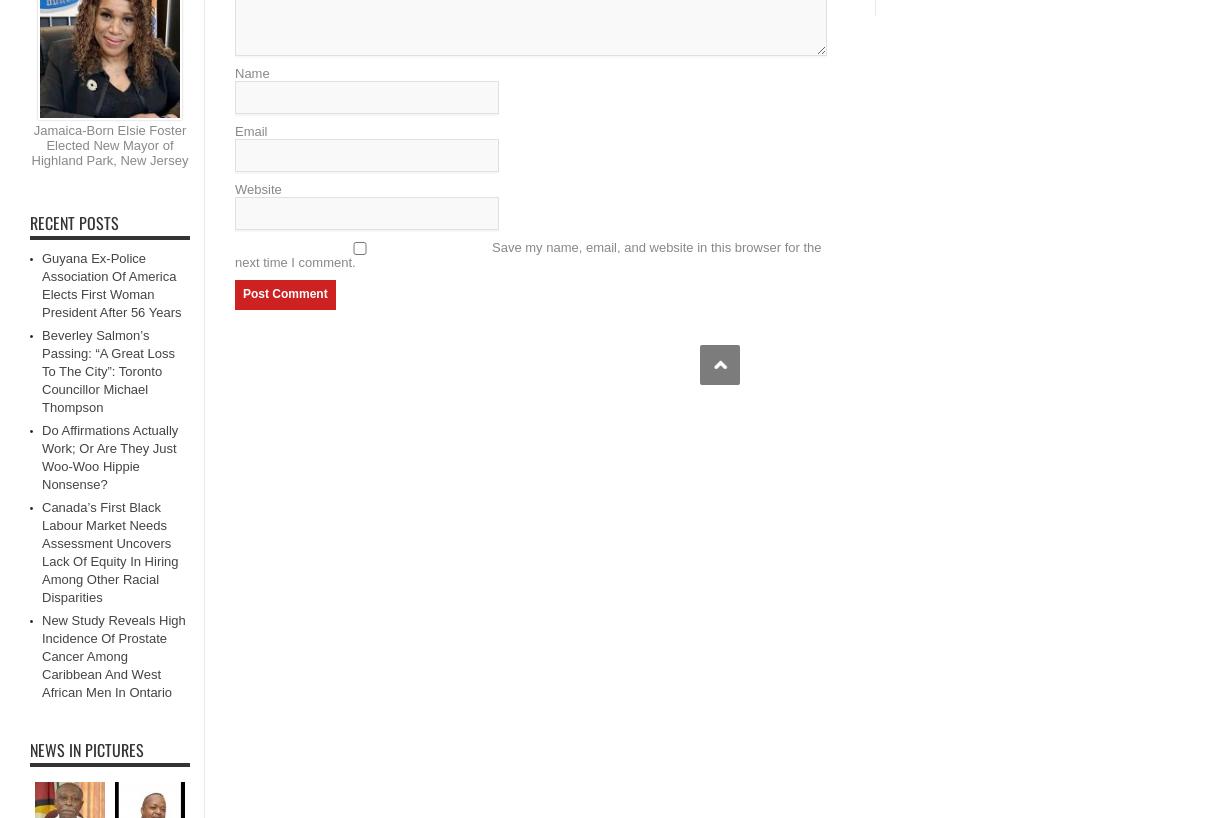 The width and height of the screenshot is (1220, 818). What do you see at coordinates (234, 253) in the screenshot?
I see `'Save my name, email, and website in this browser for the next time I comment.'` at bounding box center [234, 253].